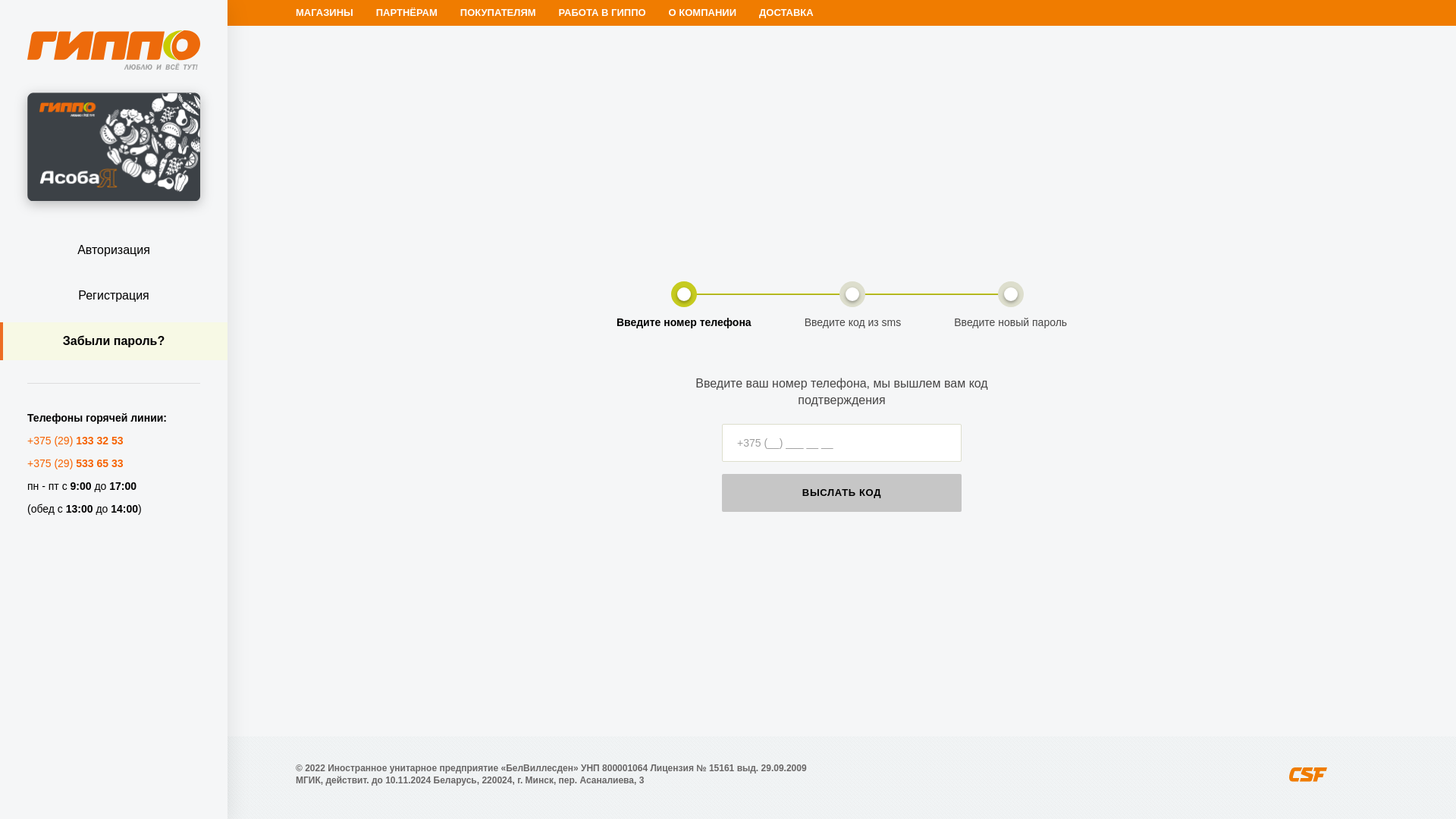 The height and width of the screenshot is (819, 1456). What do you see at coordinates (74, 441) in the screenshot?
I see `'+375 (29) 133 32 53'` at bounding box center [74, 441].